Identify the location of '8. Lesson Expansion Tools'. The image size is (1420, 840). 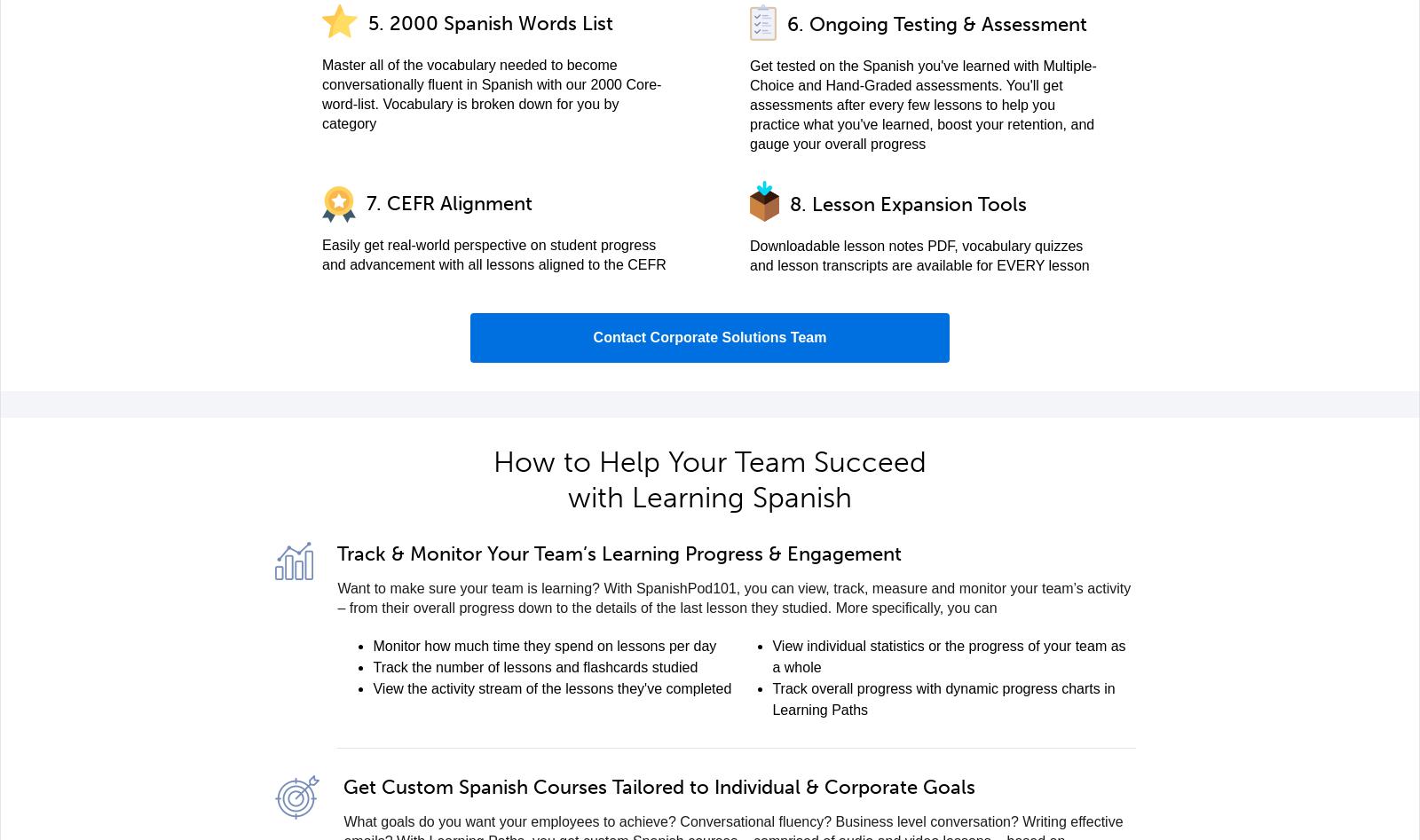
(908, 204).